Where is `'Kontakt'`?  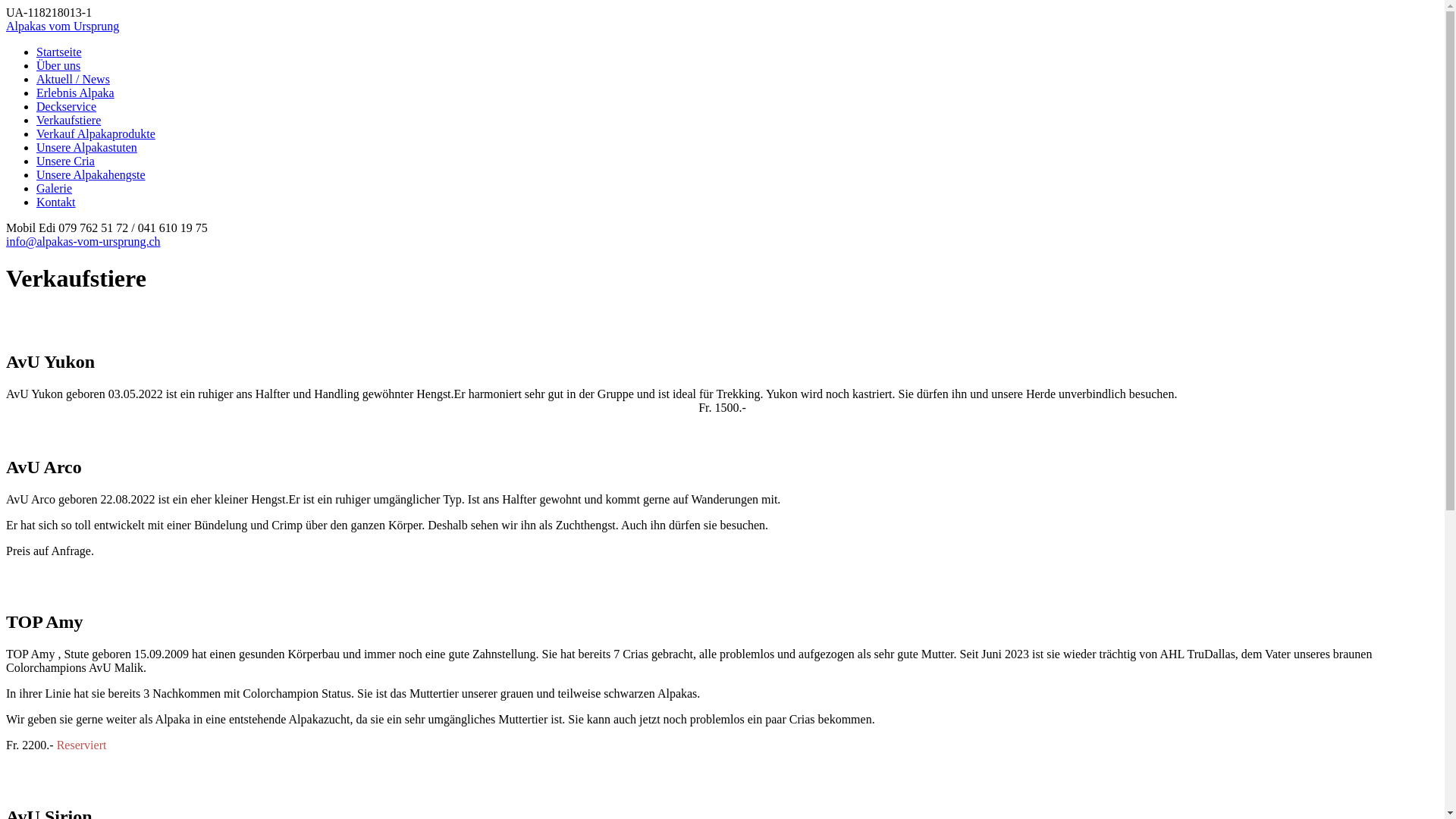
'Kontakt' is located at coordinates (36, 201).